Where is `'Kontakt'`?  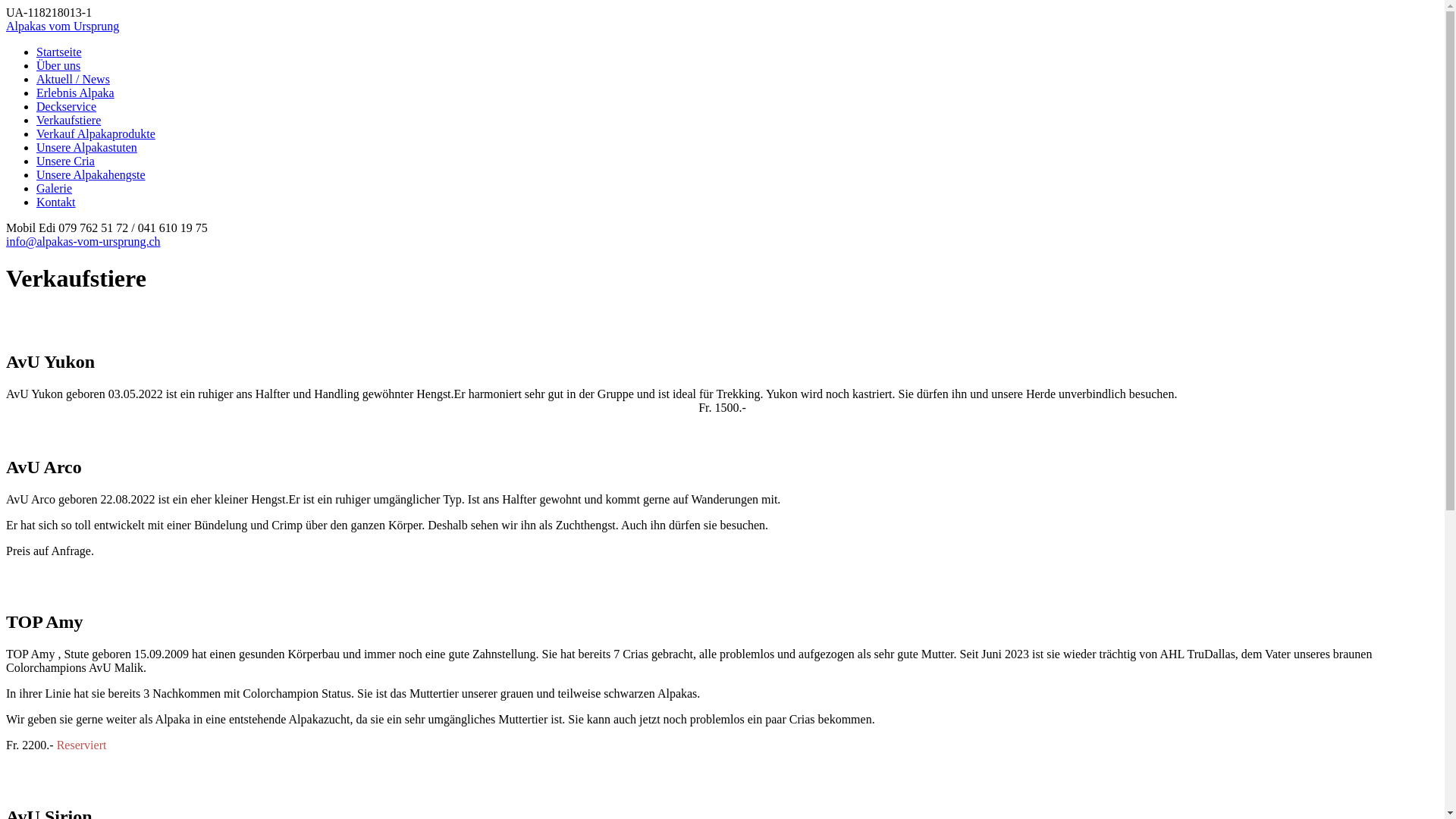
'Kontakt' is located at coordinates (36, 201).